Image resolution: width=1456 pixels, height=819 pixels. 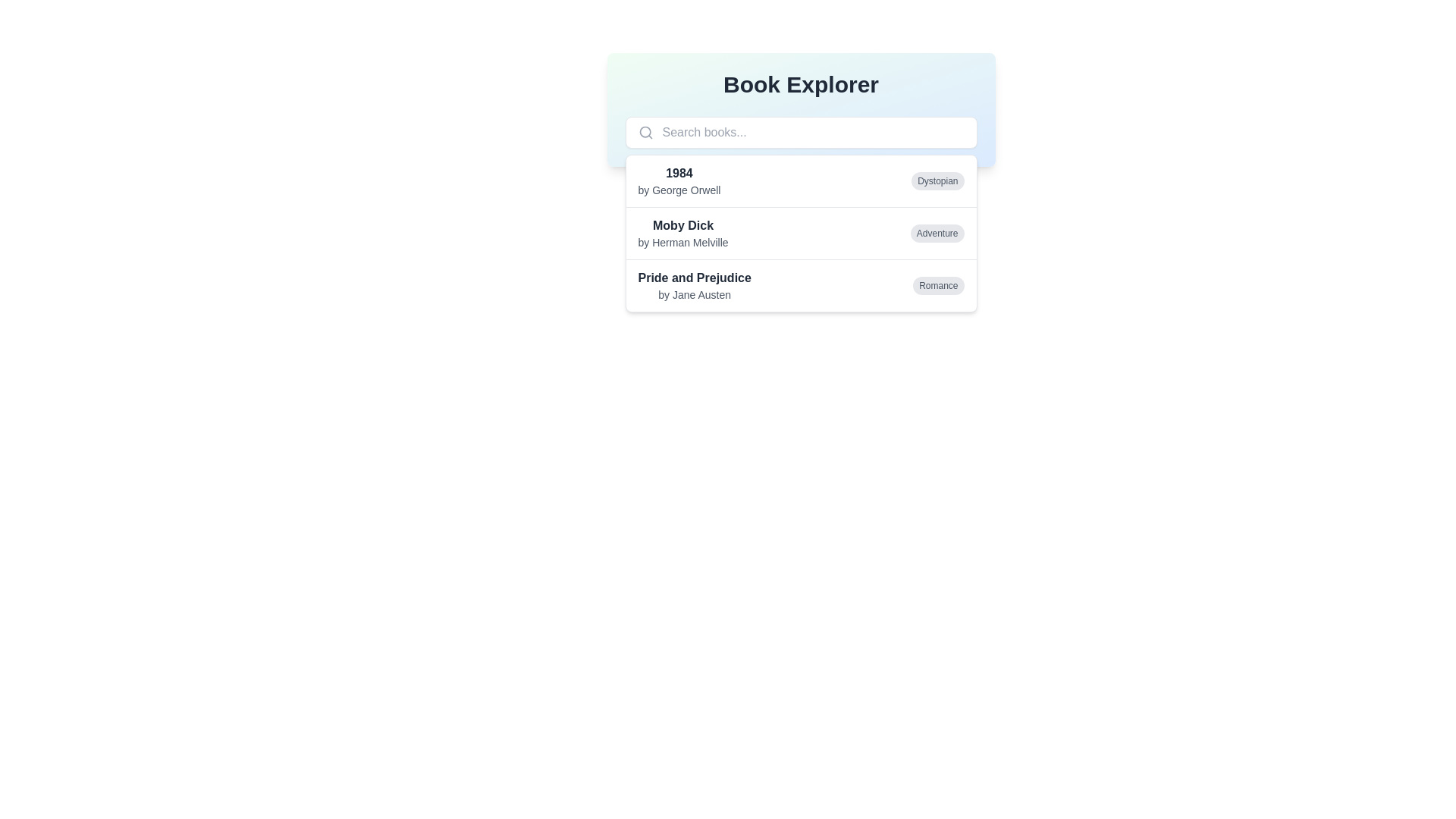 I want to click on the second entry in the book search results dropdown, which displays concise information about a book, so click(x=800, y=234).